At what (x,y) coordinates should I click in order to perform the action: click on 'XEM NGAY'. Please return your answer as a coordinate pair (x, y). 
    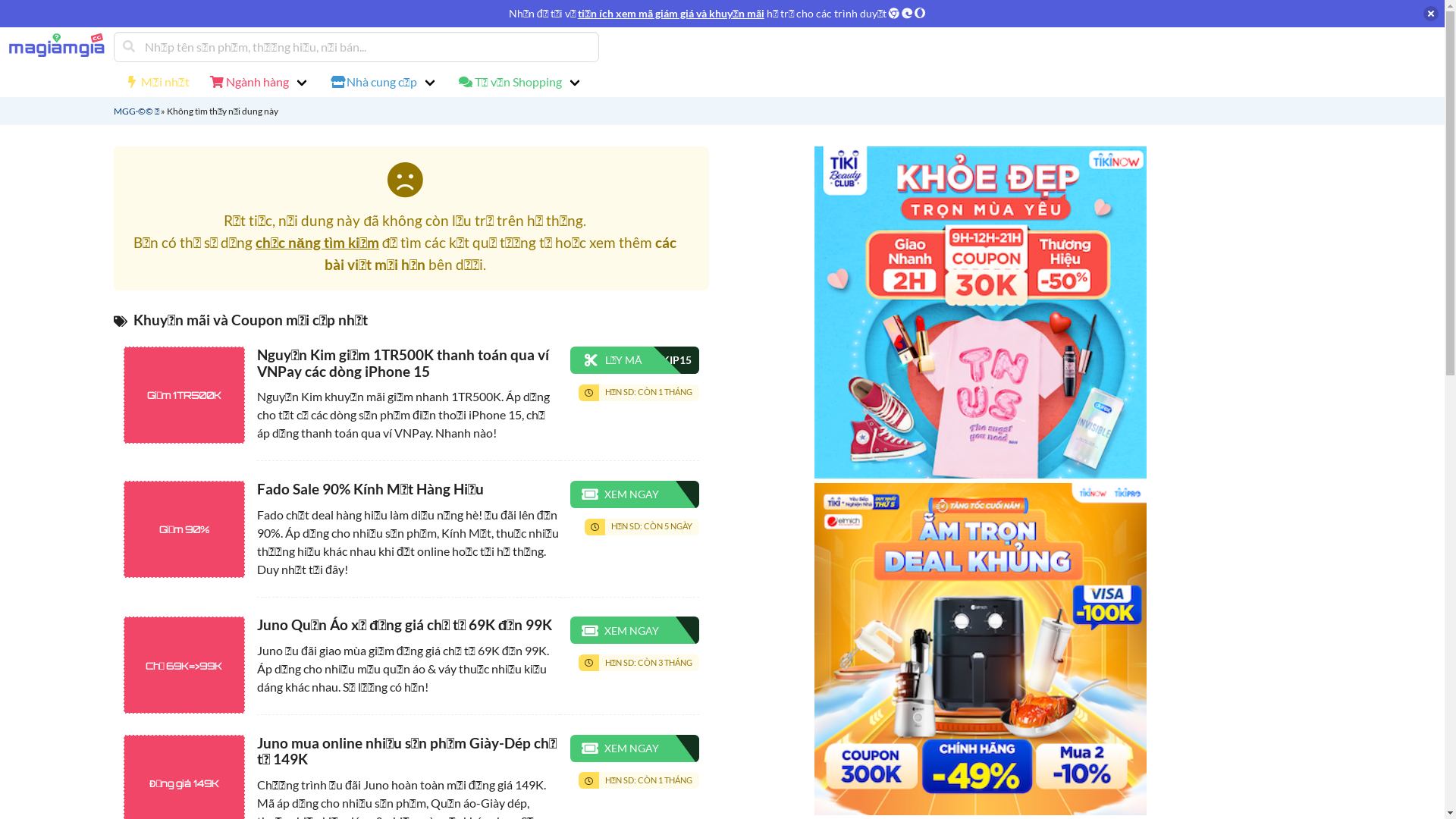
    Looking at the image, I should click on (570, 748).